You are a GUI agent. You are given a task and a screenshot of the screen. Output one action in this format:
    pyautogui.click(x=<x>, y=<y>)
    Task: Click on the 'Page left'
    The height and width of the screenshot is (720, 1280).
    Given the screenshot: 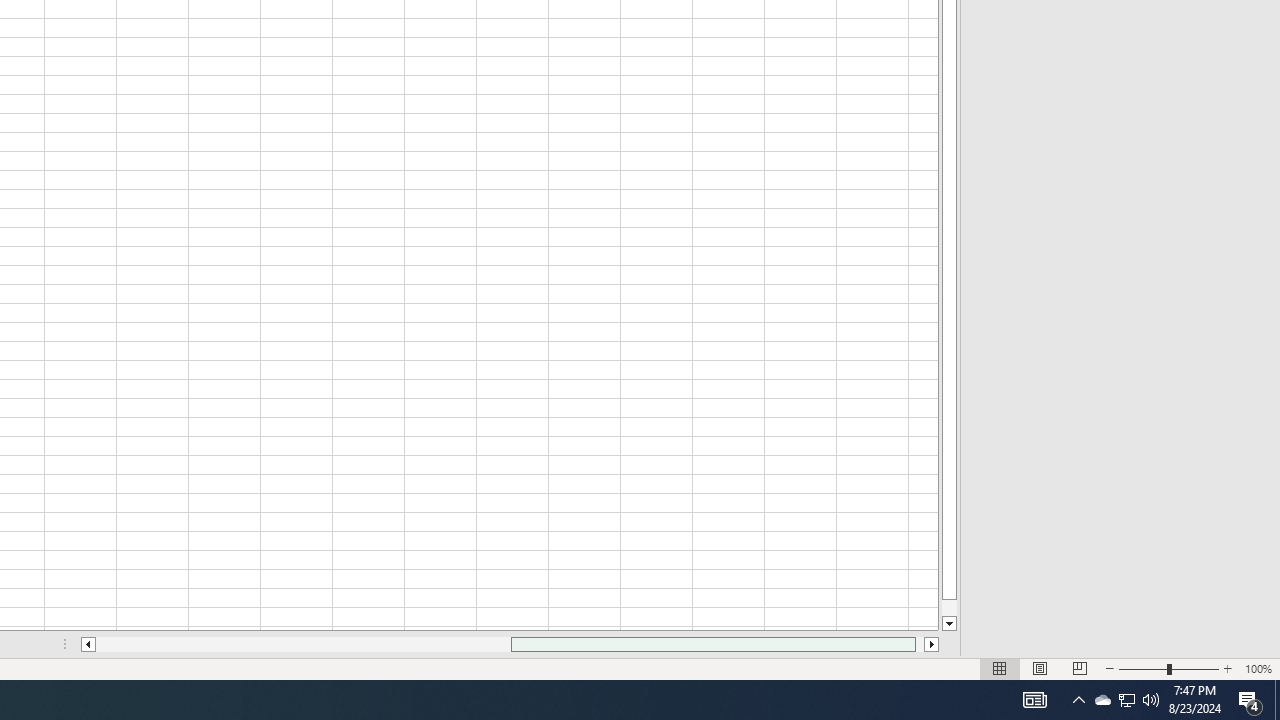 What is the action you would take?
    pyautogui.click(x=302, y=644)
    